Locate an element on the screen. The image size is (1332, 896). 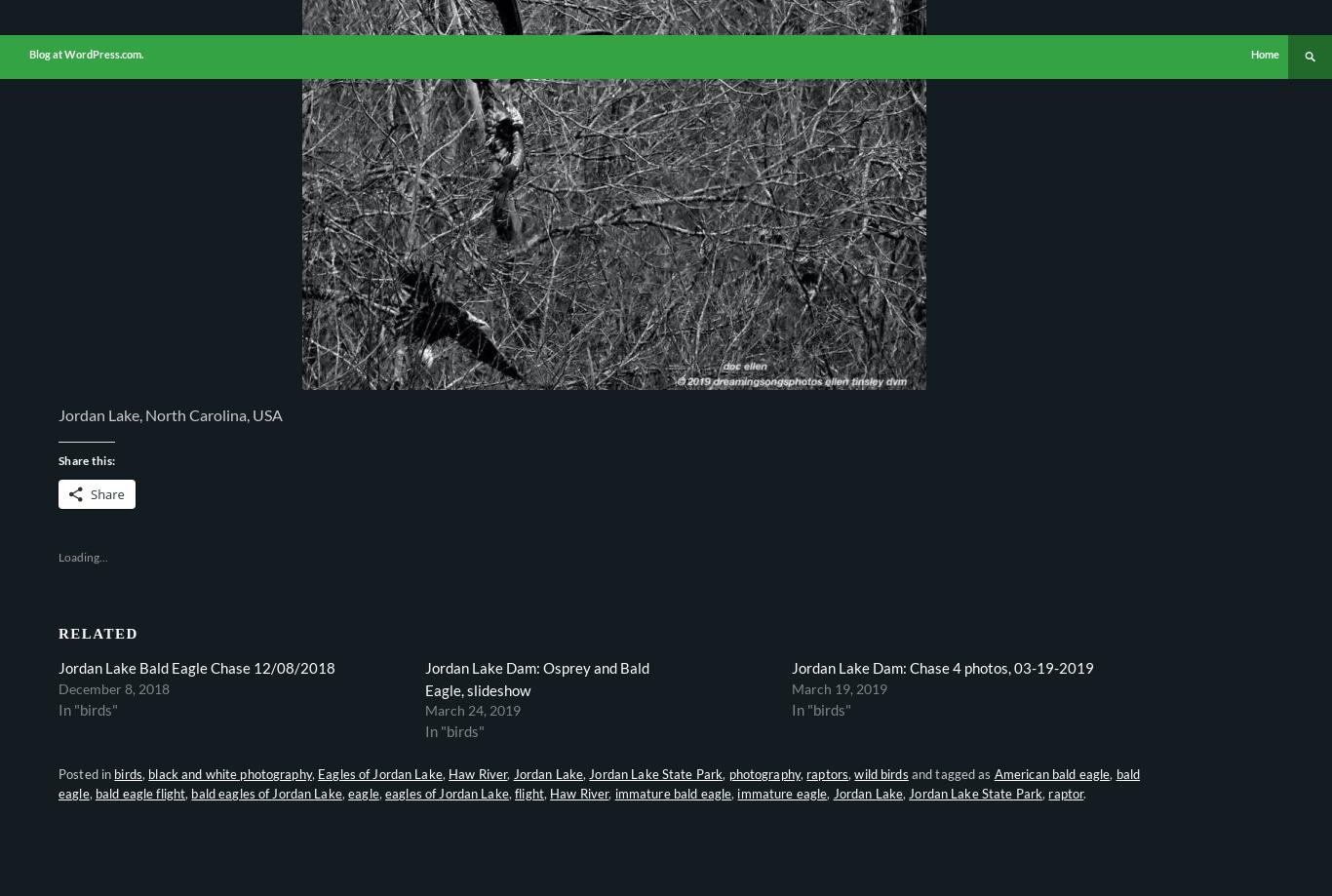
'Eagles of Jordan Lake' is located at coordinates (378, 774).